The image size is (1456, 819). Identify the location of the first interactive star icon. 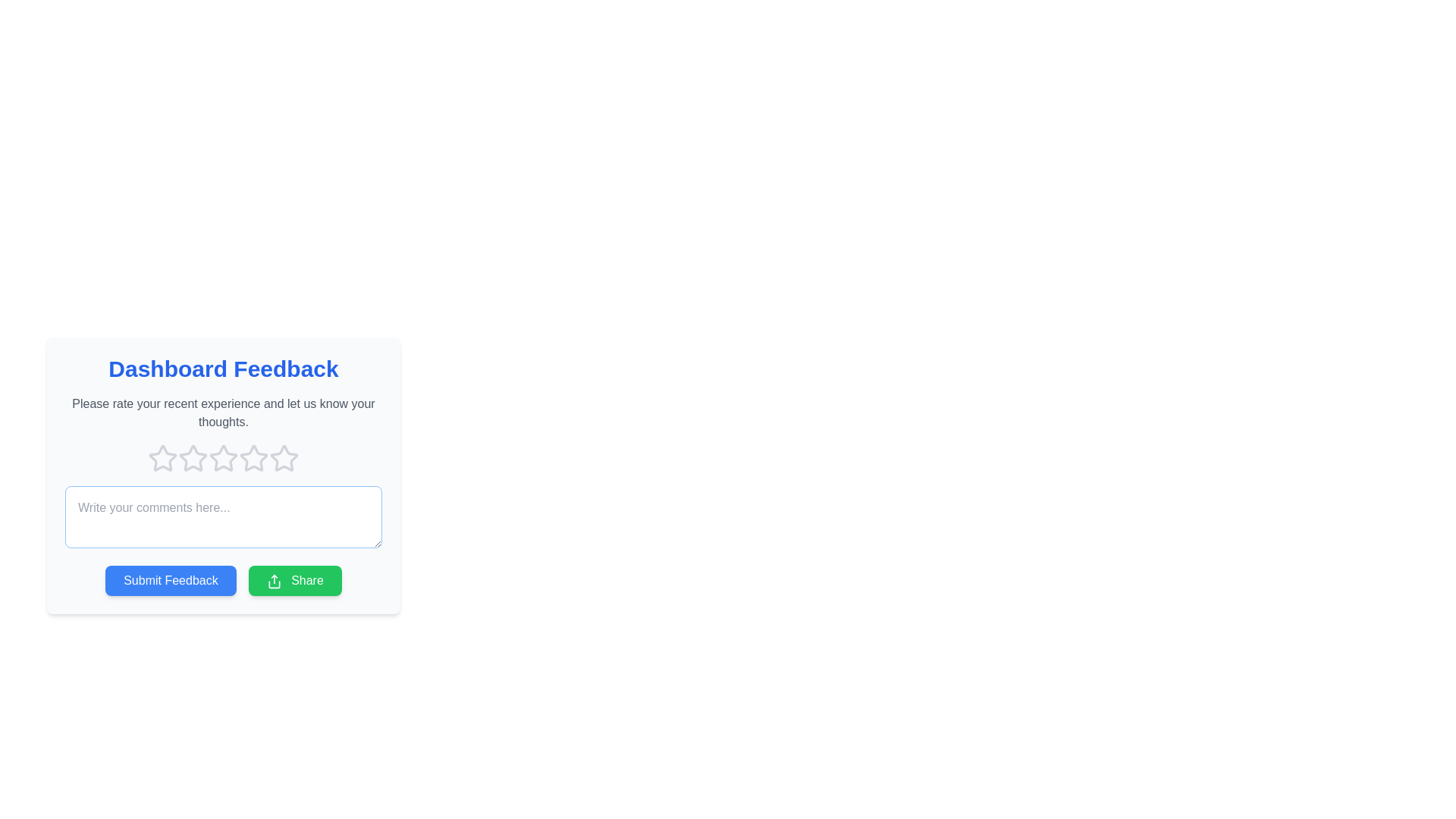
(162, 457).